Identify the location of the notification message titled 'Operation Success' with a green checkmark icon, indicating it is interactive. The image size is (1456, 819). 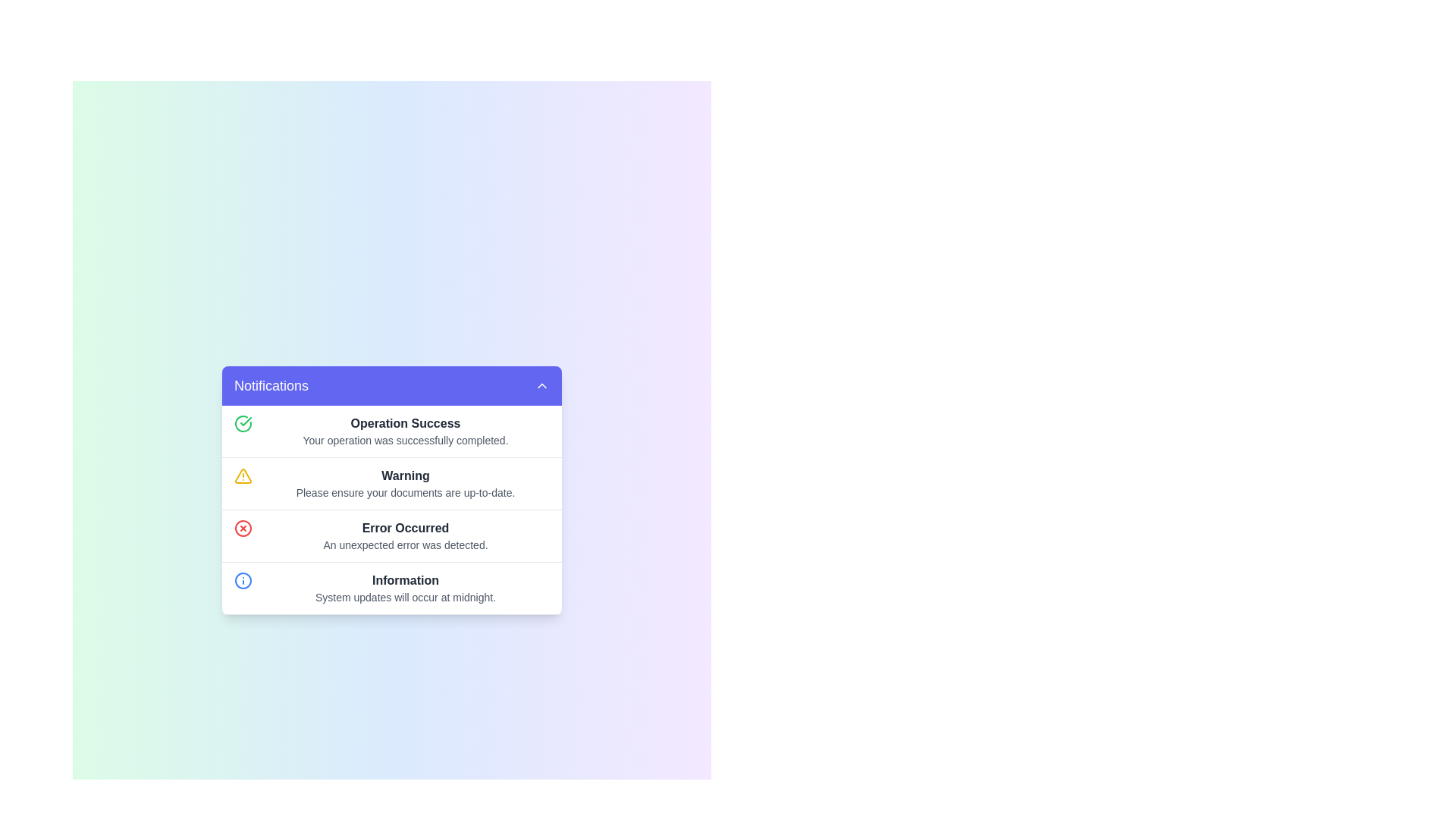
(392, 431).